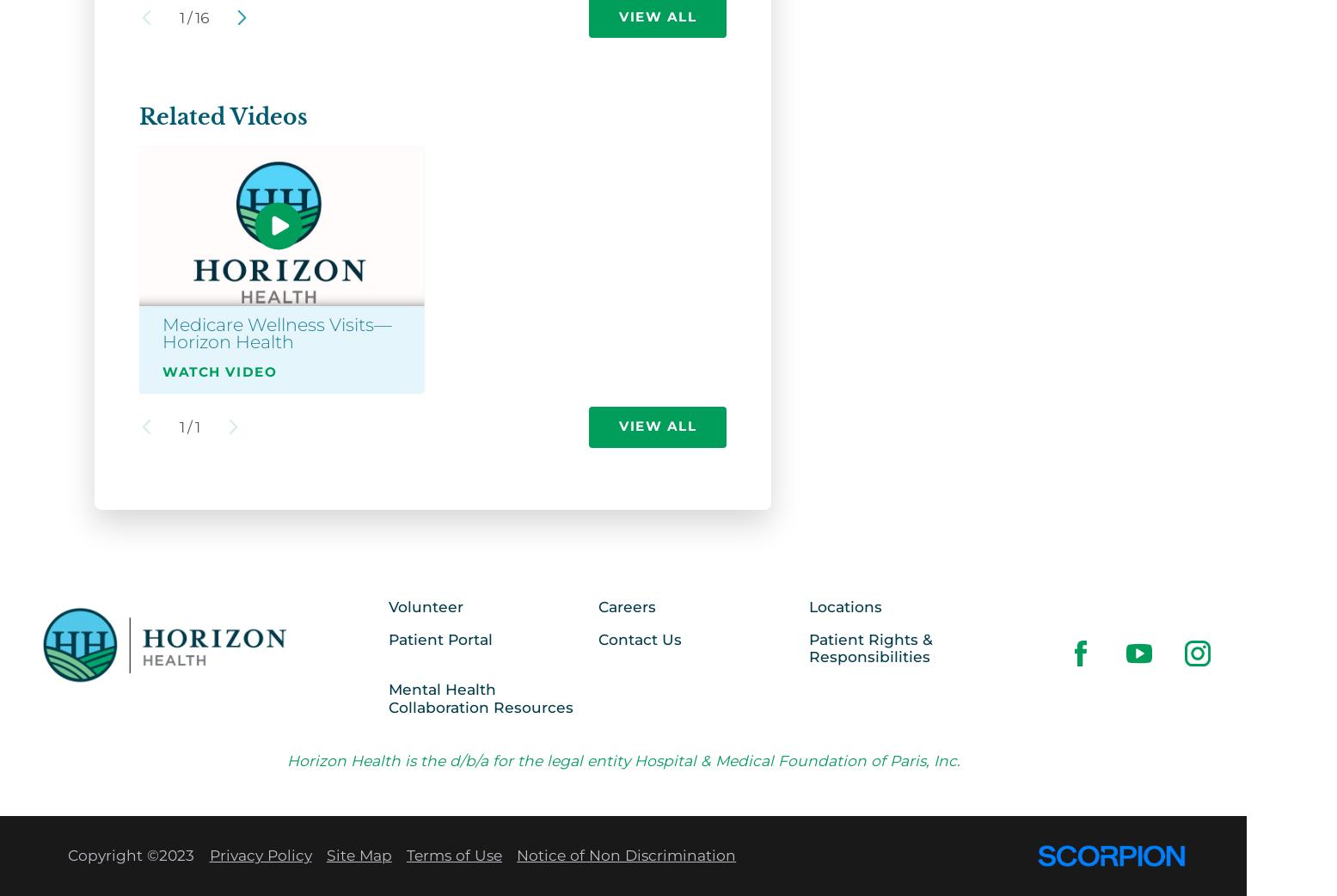 The width and height of the screenshot is (1337, 896). I want to click on 'Patient Portal', so click(439, 637).